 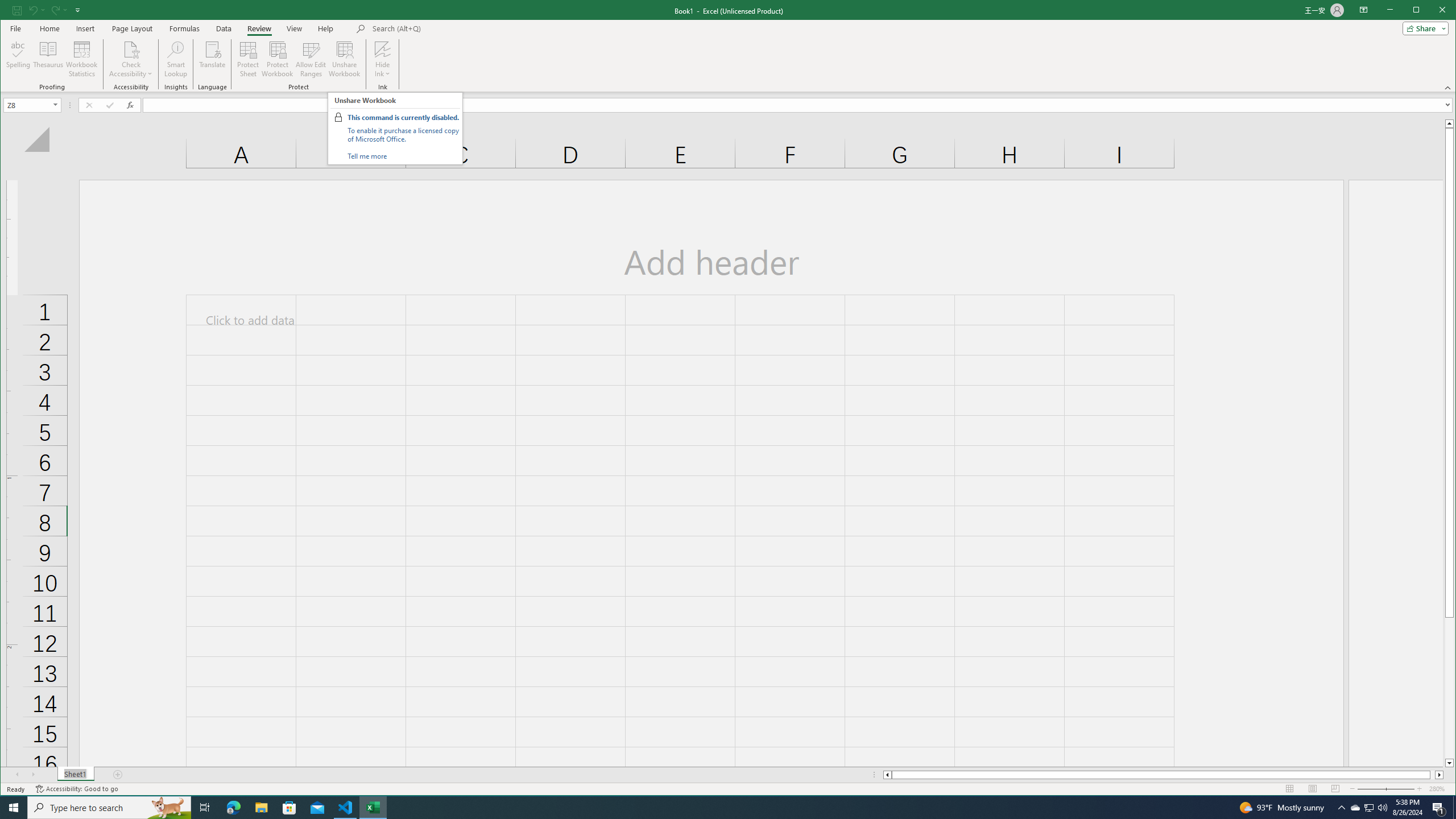 I want to click on 'Translate', so click(x=212, y=59).